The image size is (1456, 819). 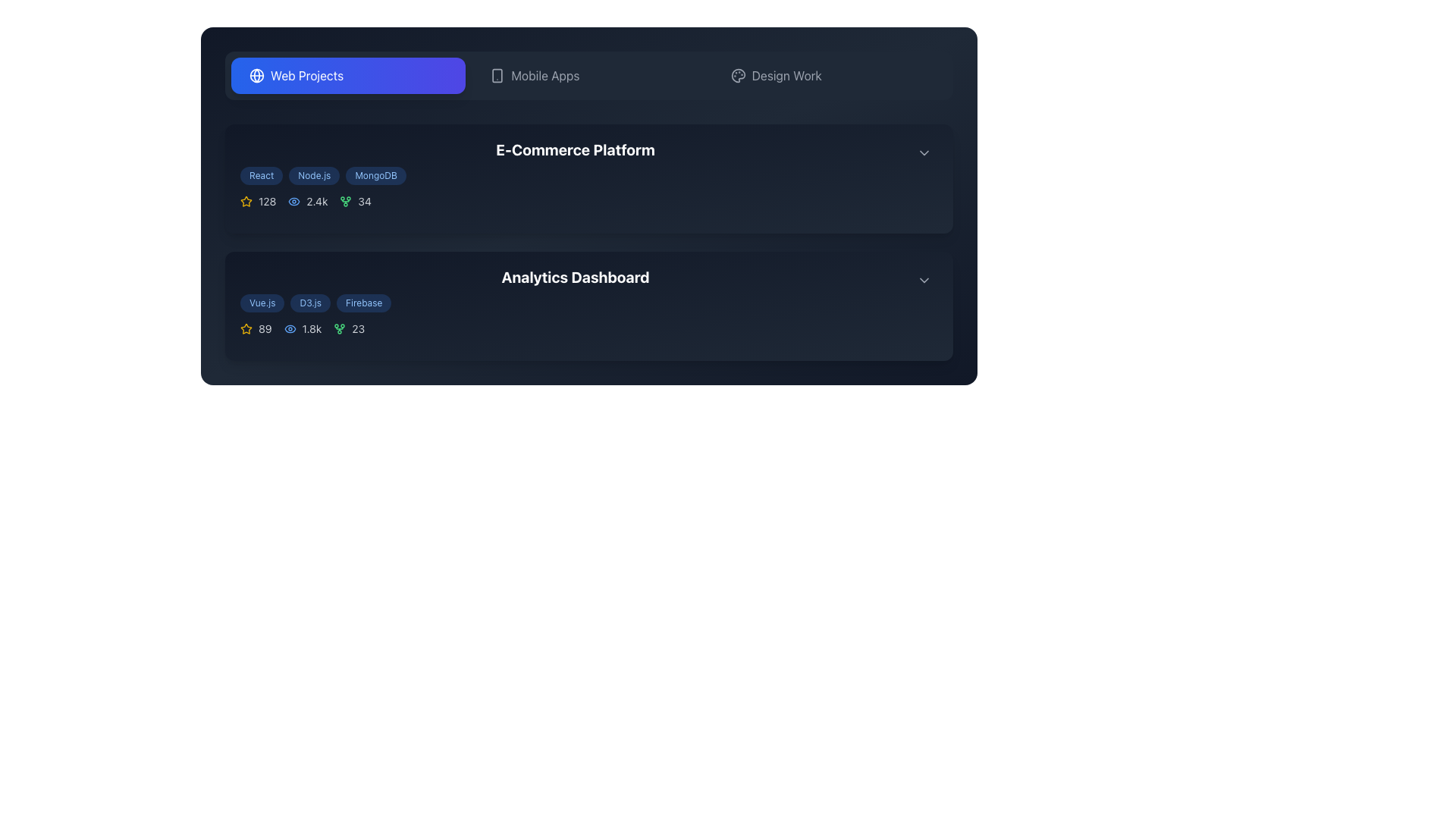 I want to click on the views indicator icon located within the overview section of the 'Analytics Dashboard' card, positioned between the star icon and the plant-like icon, so click(x=290, y=328).